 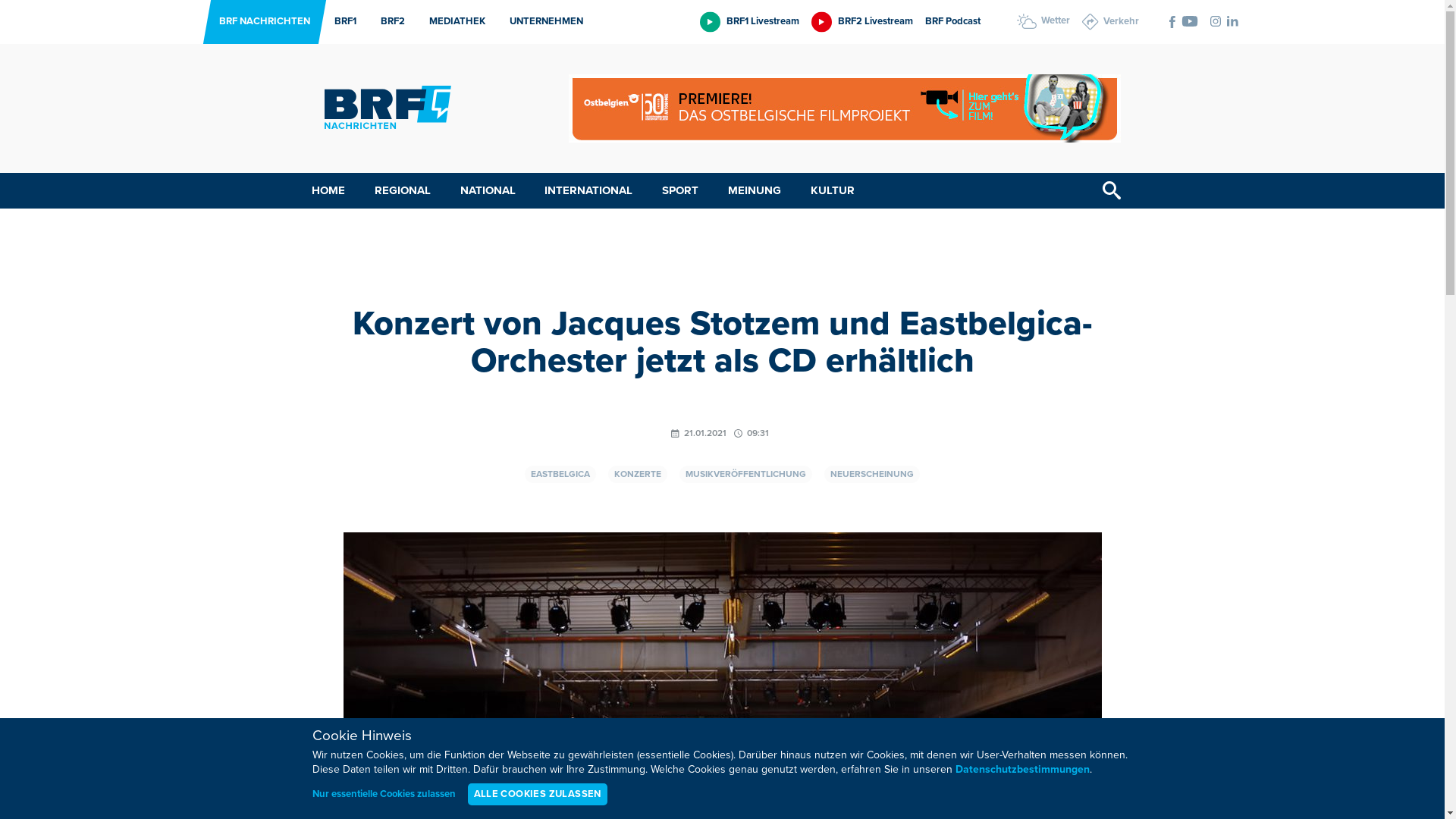 I want to click on 'MEDIATHEK', so click(x=451, y=22).